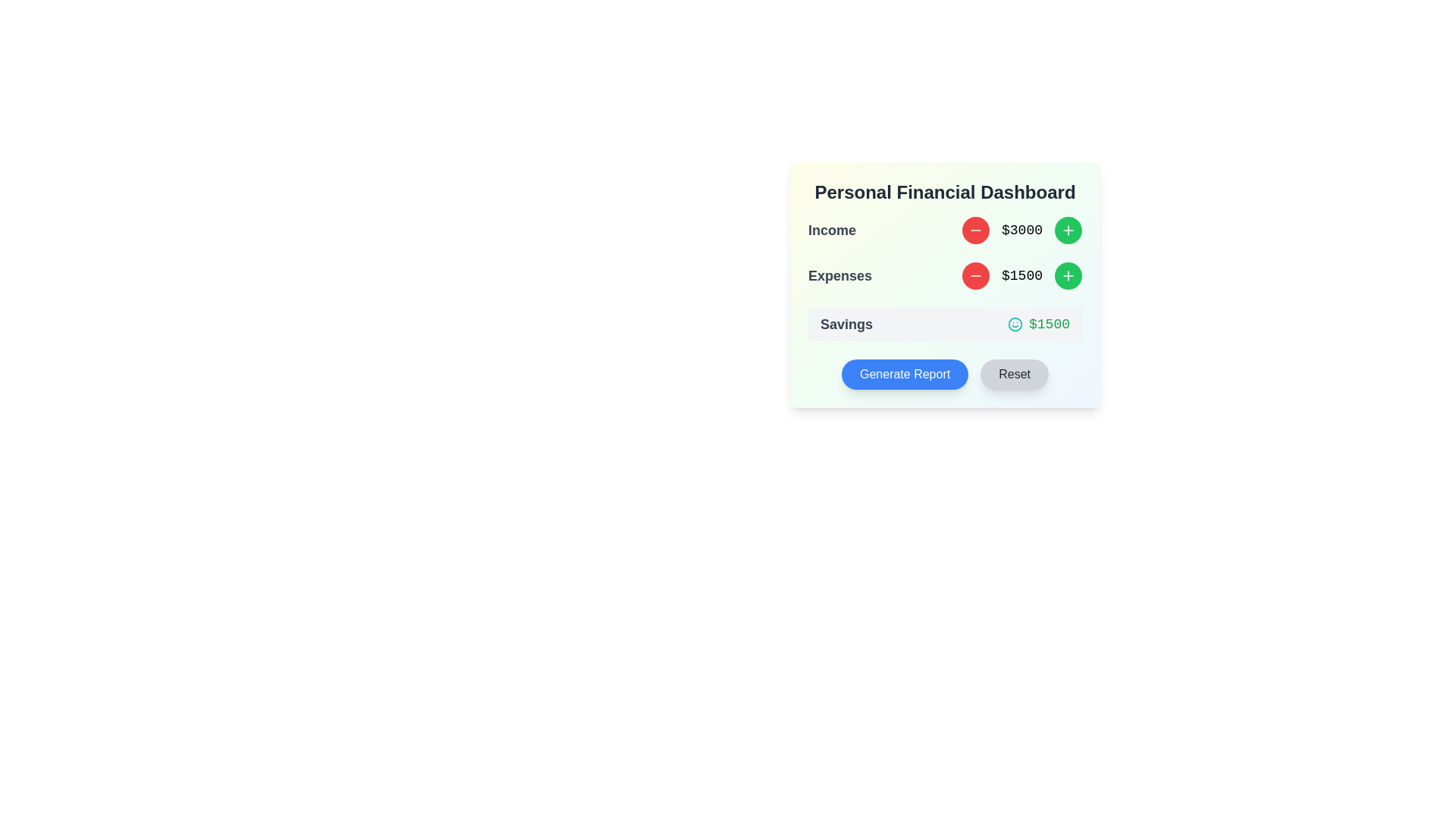 The height and width of the screenshot is (819, 1456). Describe the element at coordinates (1022, 275) in the screenshot. I see `displayed value of the static text label showing '$1500' in the 'Expenses' row of the 'Personal Financial Dashboard'` at that location.